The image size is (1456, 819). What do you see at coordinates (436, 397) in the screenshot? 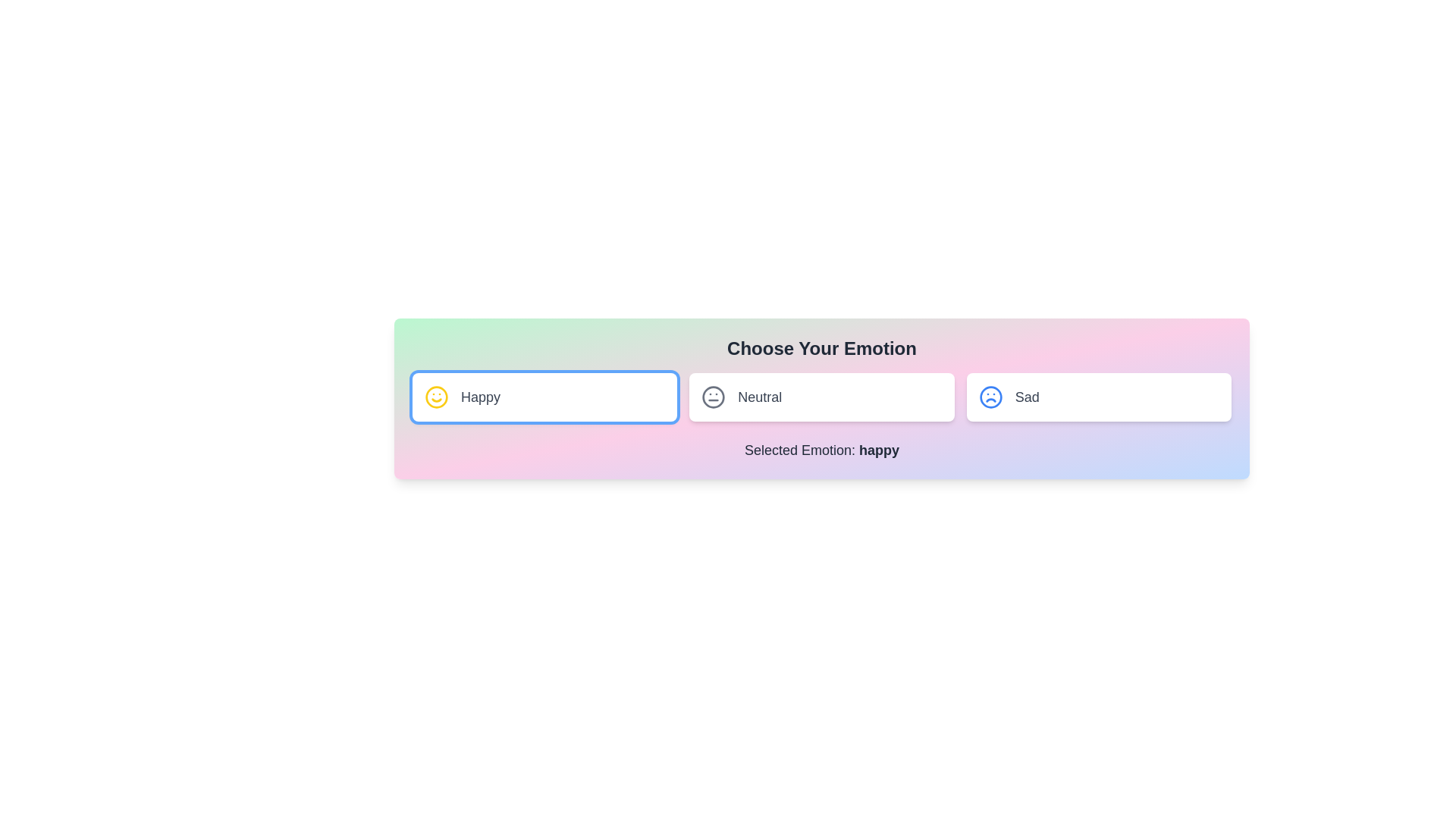
I see `the circular yellow smiley face icon, which is positioned to the left of the text label 'Happy' within a white rounded rectangular button` at bounding box center [436, 397].